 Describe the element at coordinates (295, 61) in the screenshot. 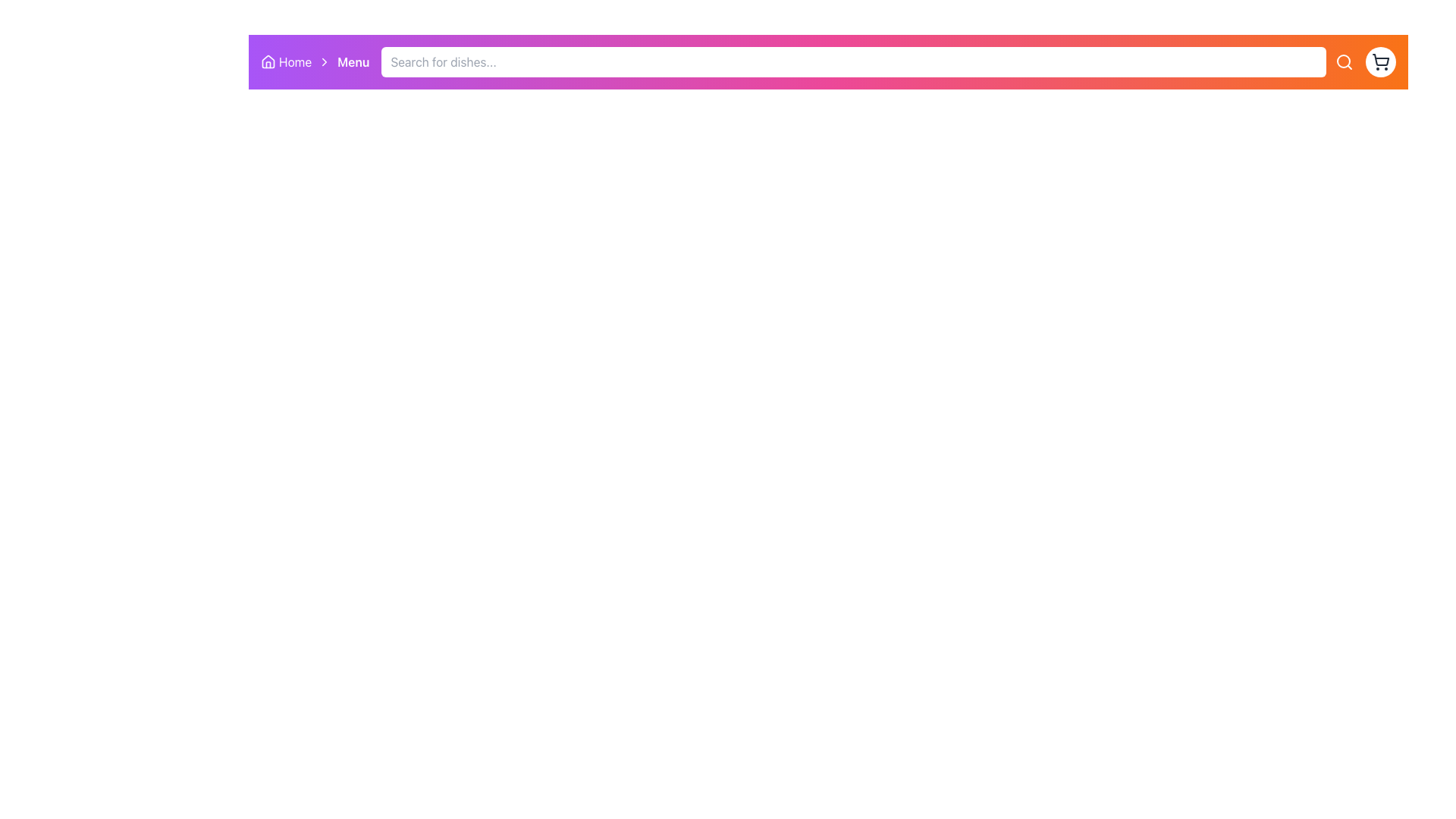

I see `the text label on the left side of the navigation bar` at that location.